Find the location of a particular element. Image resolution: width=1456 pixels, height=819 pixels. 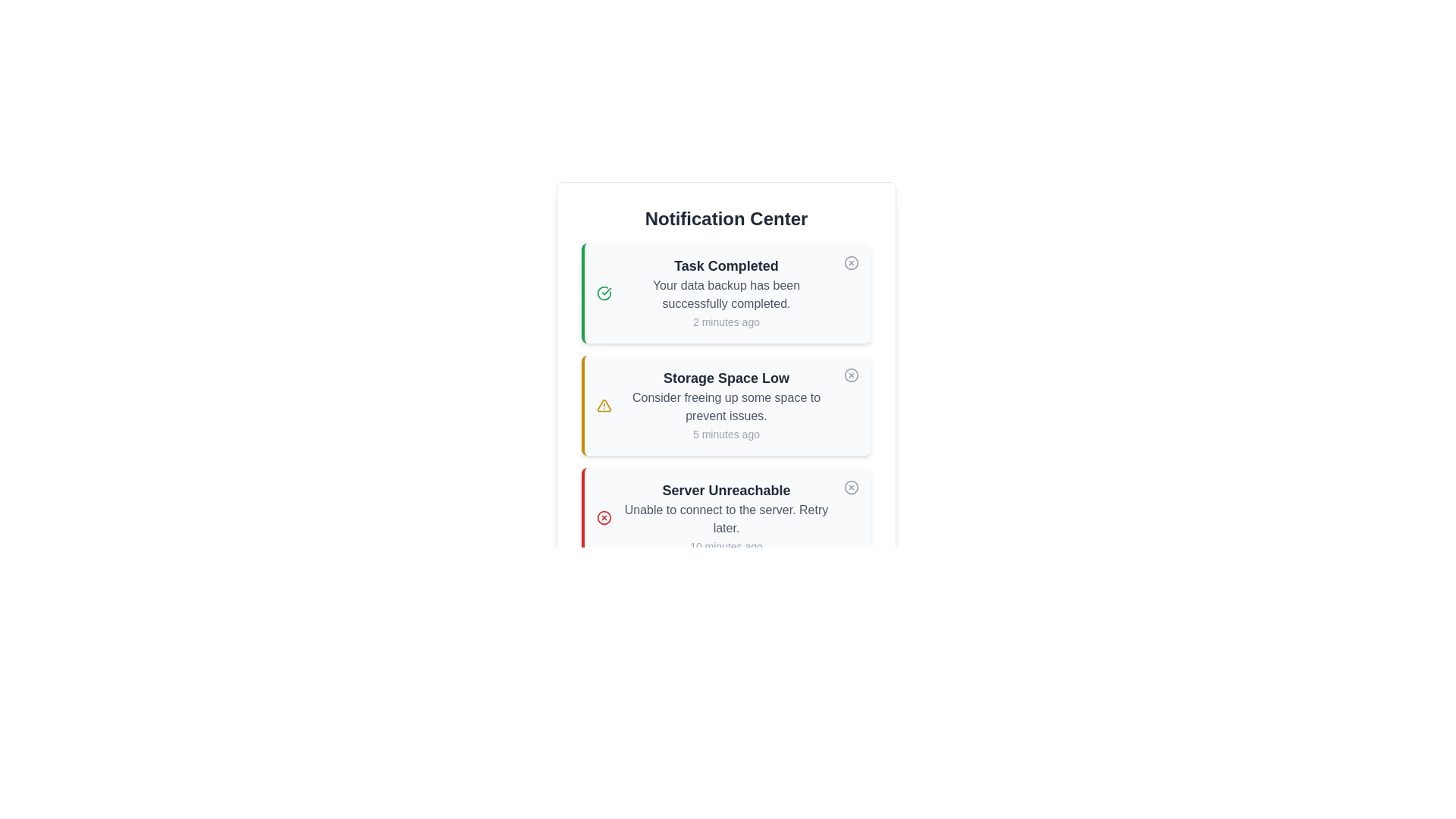

the Vector-based graphical element representing the 'Server Unreachable' notification status, located at the bottom right of the notification card is located at coordinates (852, 488).